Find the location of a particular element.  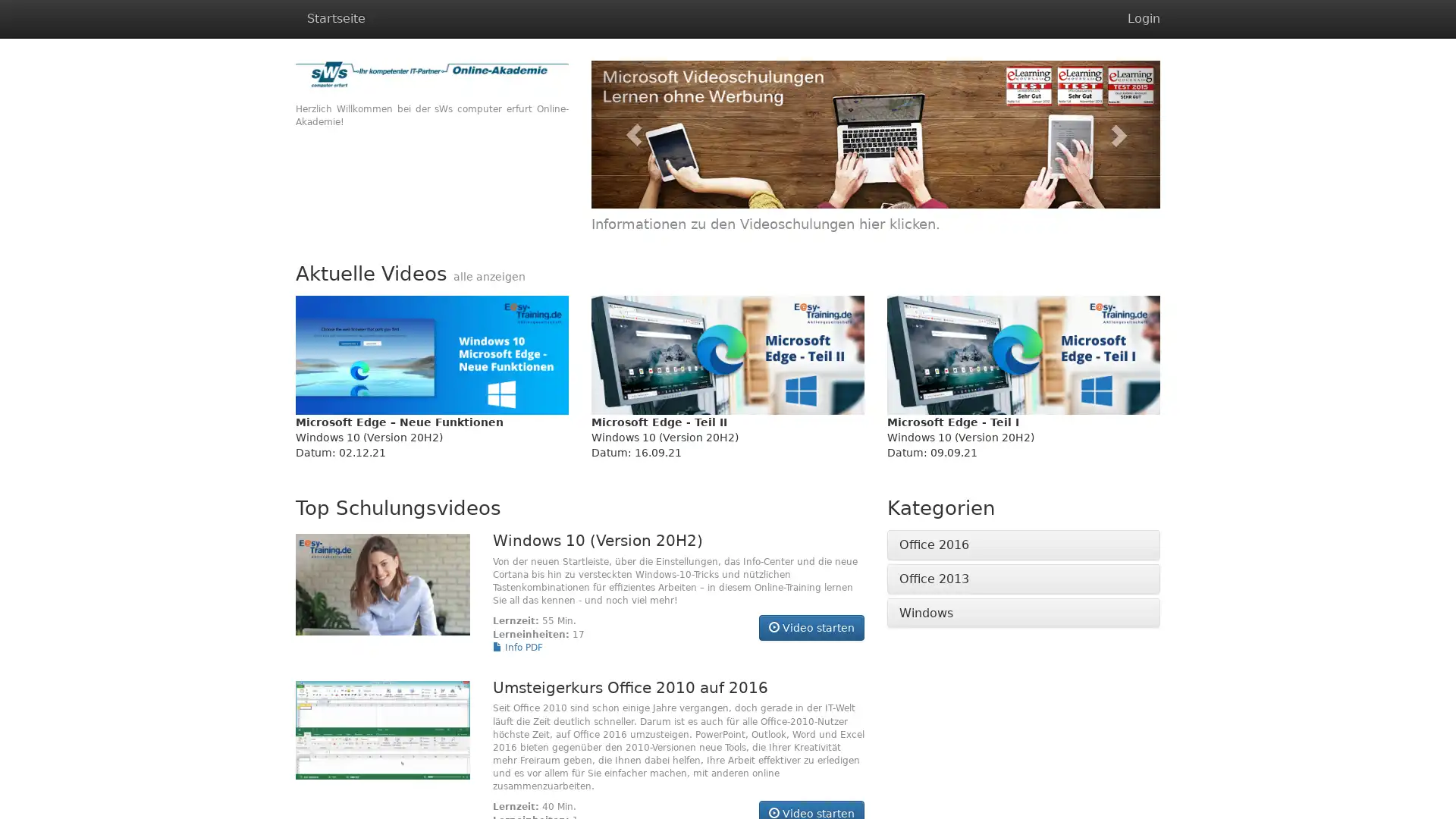

Windows is located at coordinates (925, 611).